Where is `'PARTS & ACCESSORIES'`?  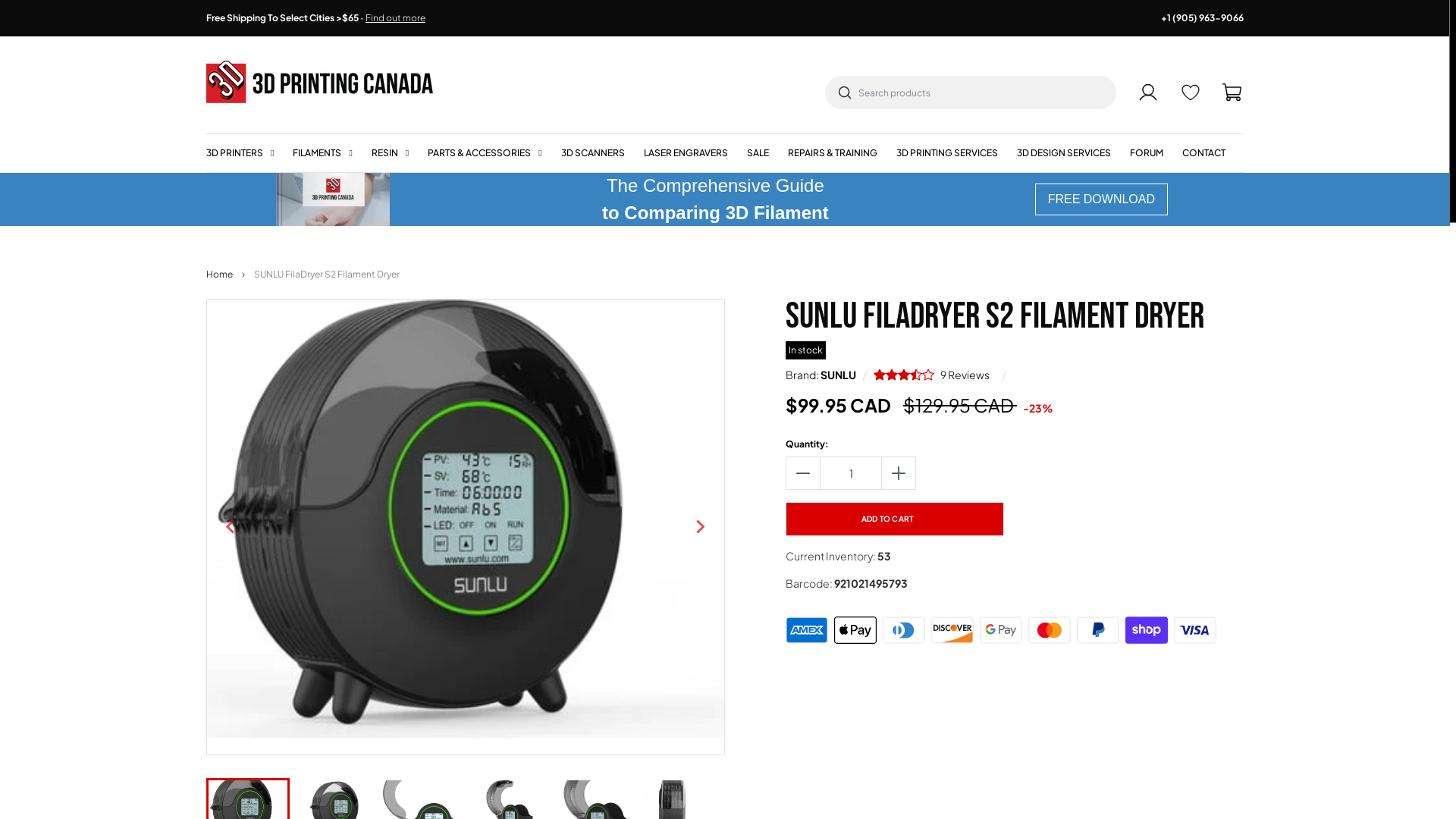
'PARTS & ACCESSORIES' is located at coordinates (483, 152).